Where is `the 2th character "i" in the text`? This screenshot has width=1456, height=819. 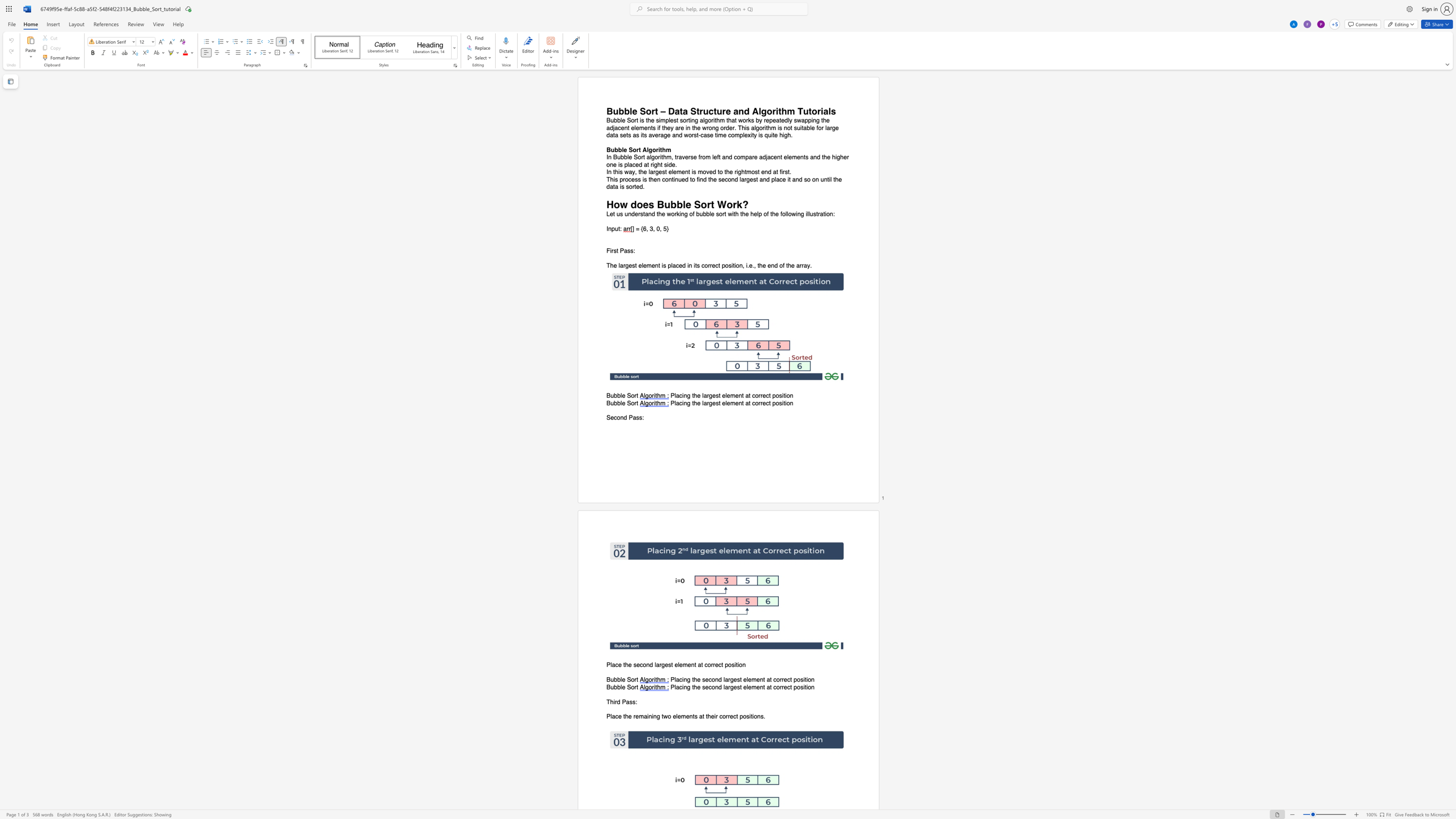
the 2th character "i" in the text is located at coordinates (738, 665).